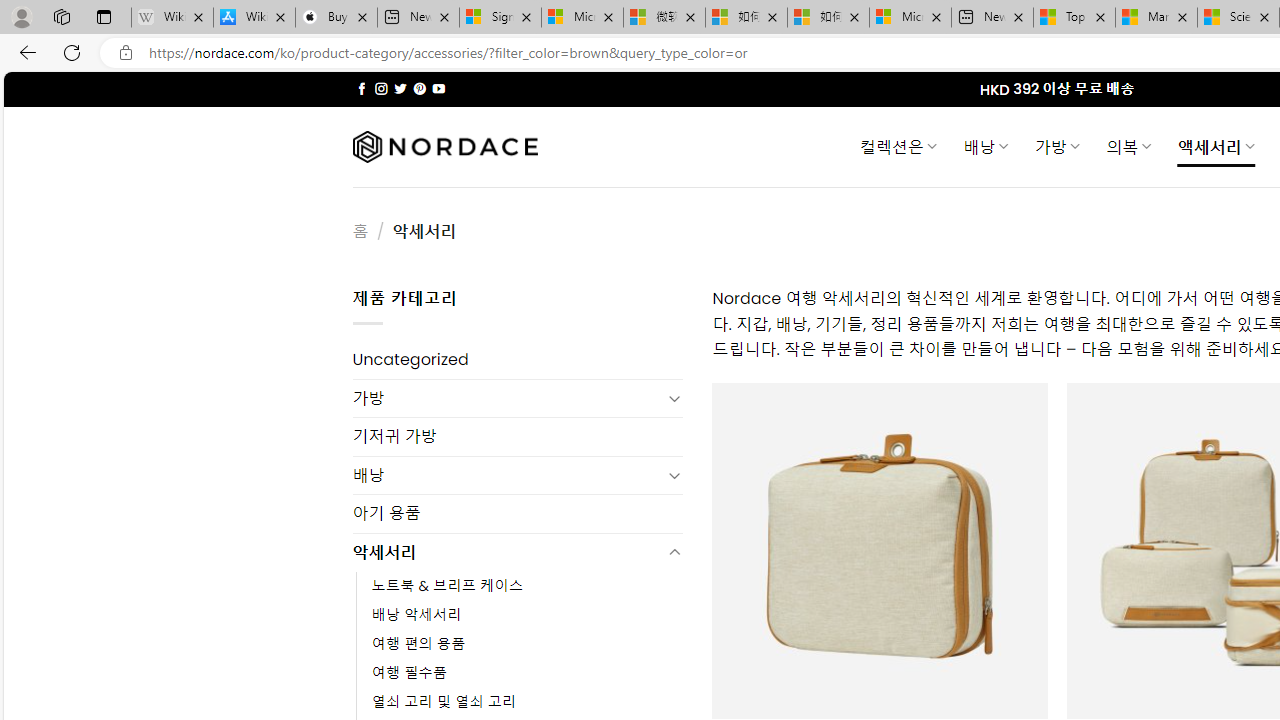 The image size is (1280, 720). What do you see at coordinates (362, 88) in the screenshot?
I see `'Follow on Facebook'` at bounding box center [362, 88].